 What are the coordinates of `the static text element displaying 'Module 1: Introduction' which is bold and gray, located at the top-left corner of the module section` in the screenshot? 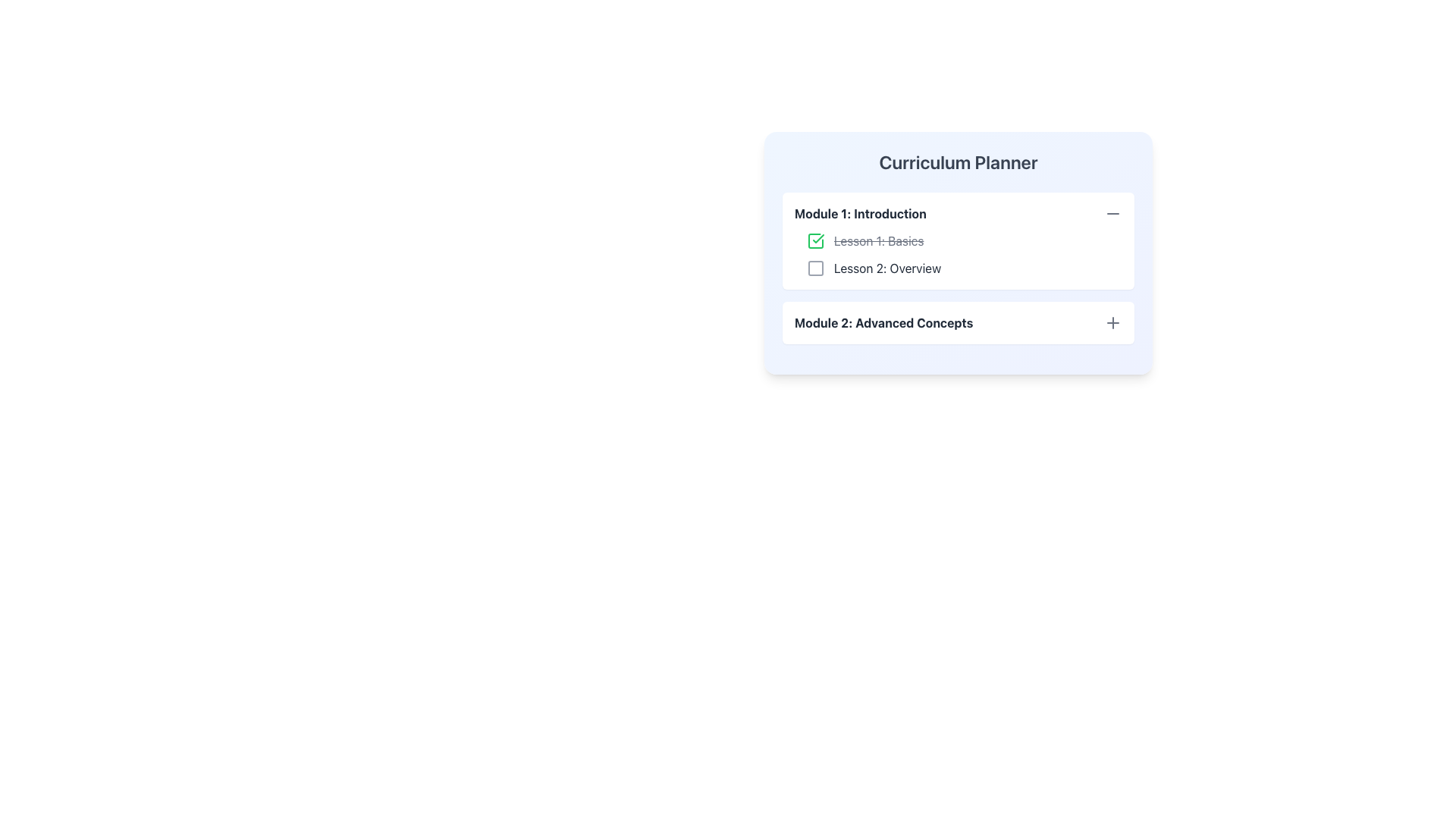 It's located at (860, 213).